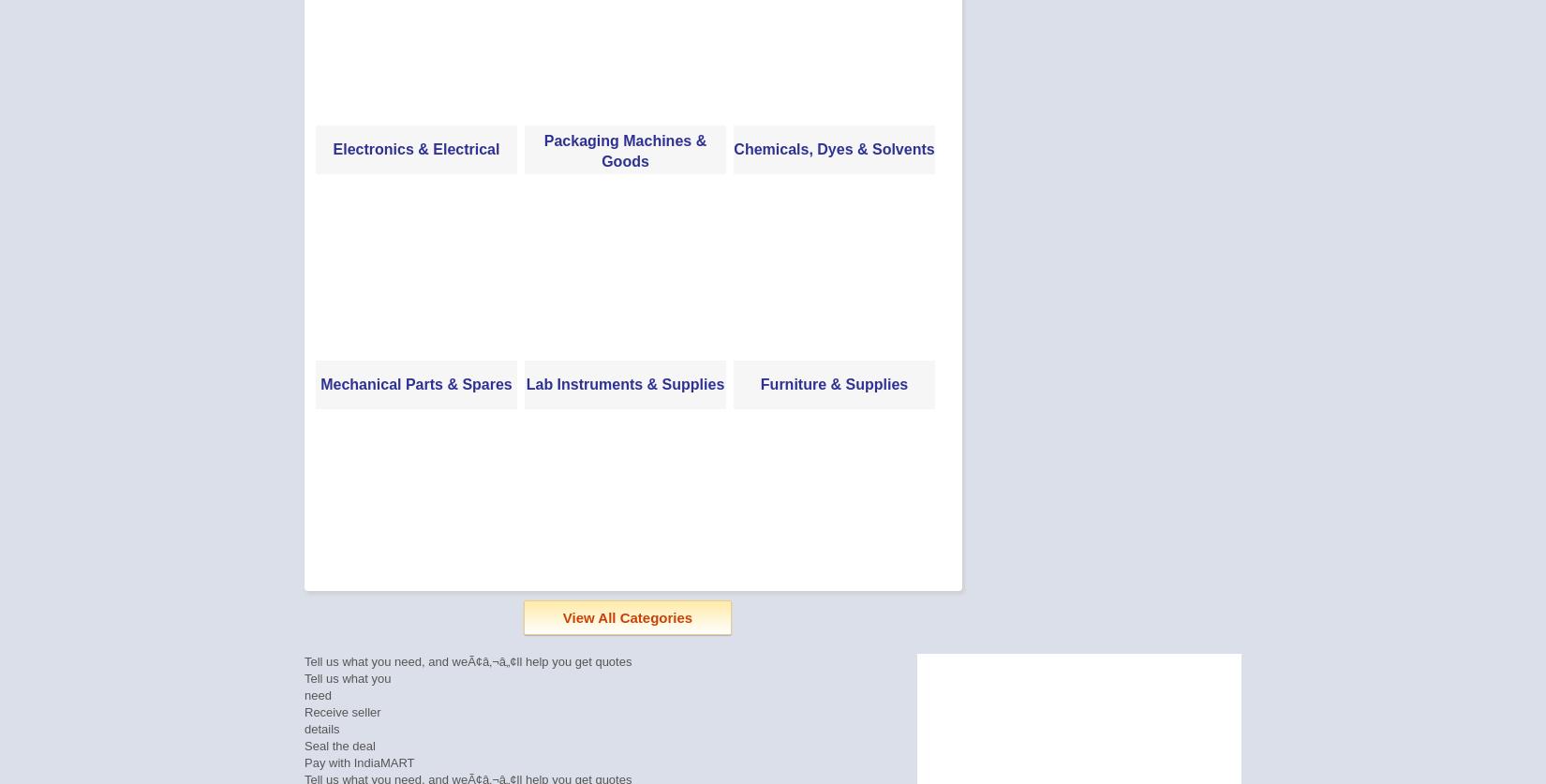 Image resolution: width=1546 pixels, height=784 pixels. I want to click on 'Electronics & Electrical', so click(415, 148).